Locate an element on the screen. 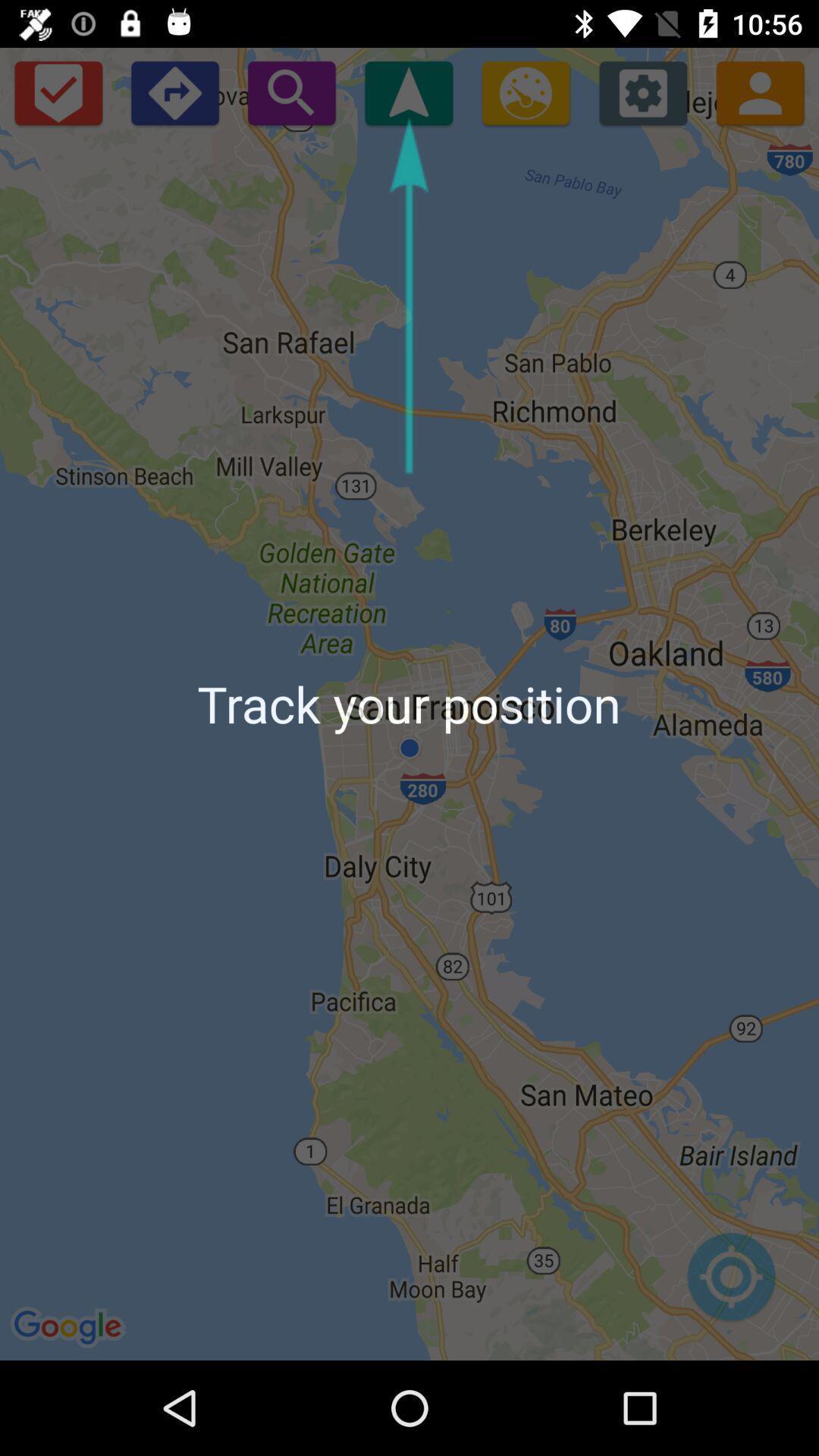 This screenshot has width=819, height=1456. the check icon is located at coordinates (57, 92).